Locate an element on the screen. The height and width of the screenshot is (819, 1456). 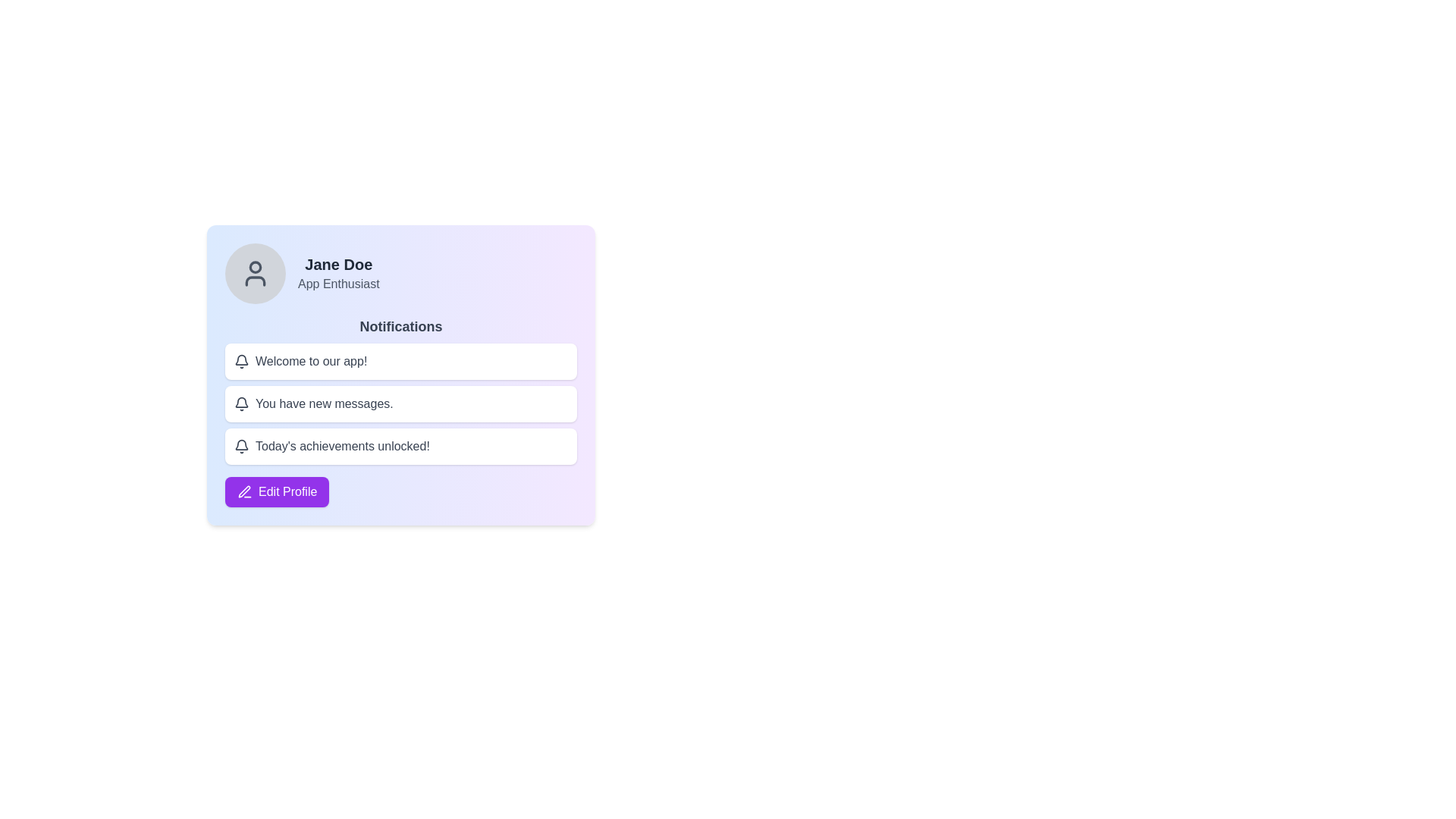
the unique purple 'Edit Profile' button with a pen icon is located at coordinates (277, 491).